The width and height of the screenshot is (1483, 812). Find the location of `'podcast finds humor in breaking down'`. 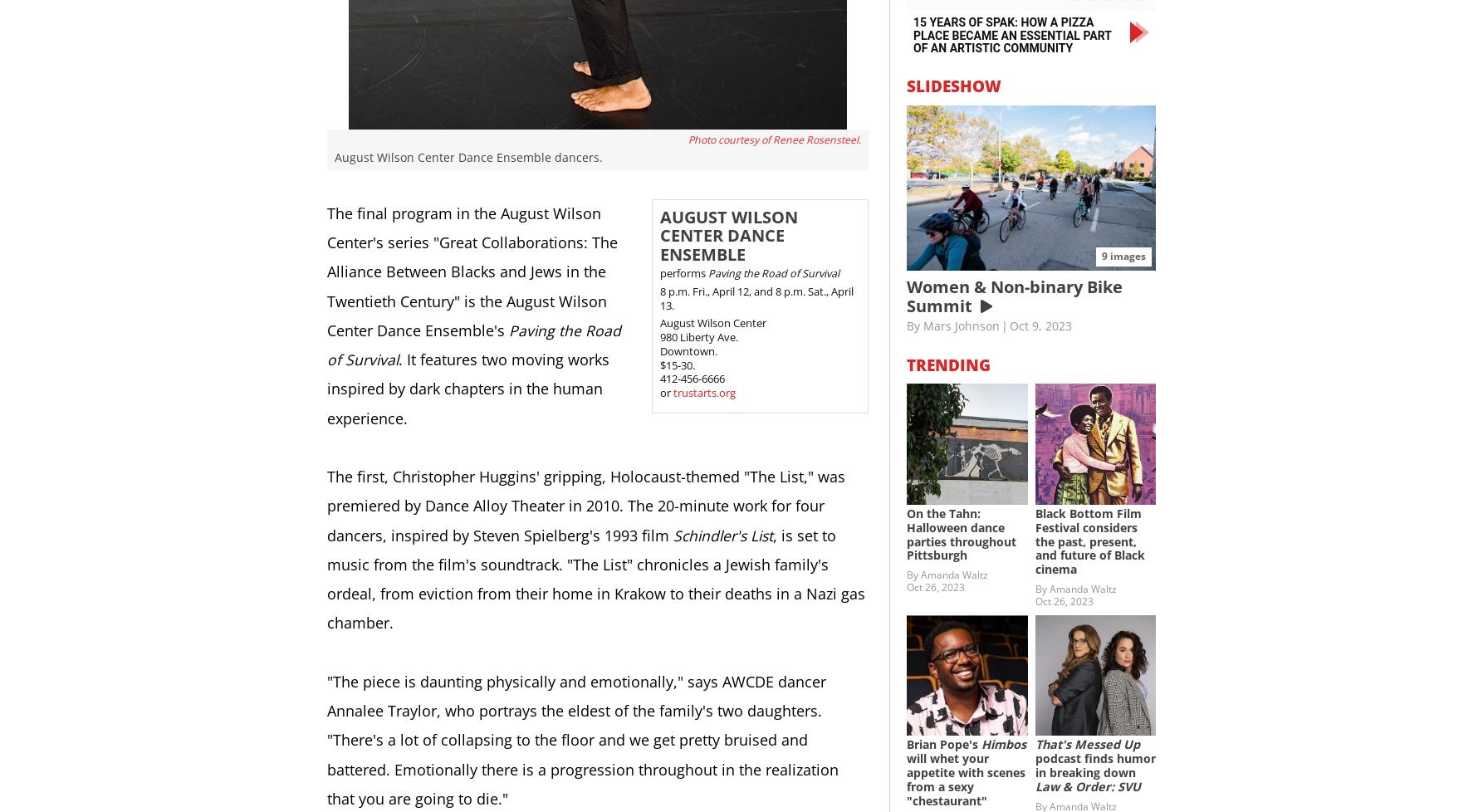

'podcast finds humor in breaking down' is located at coordinates (1034, 764).